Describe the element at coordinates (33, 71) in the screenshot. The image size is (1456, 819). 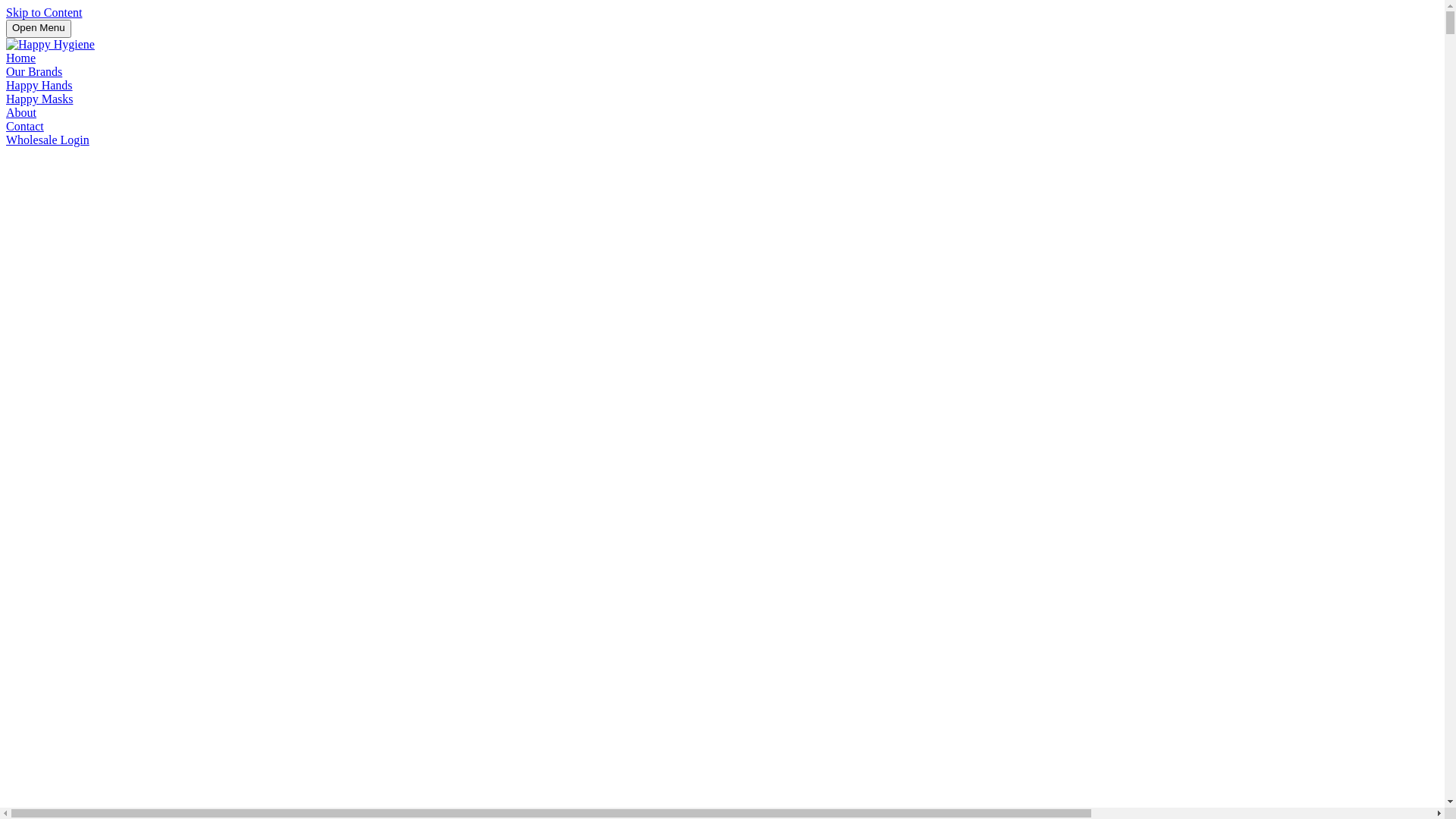
I see `'Our Brands'` at that location.